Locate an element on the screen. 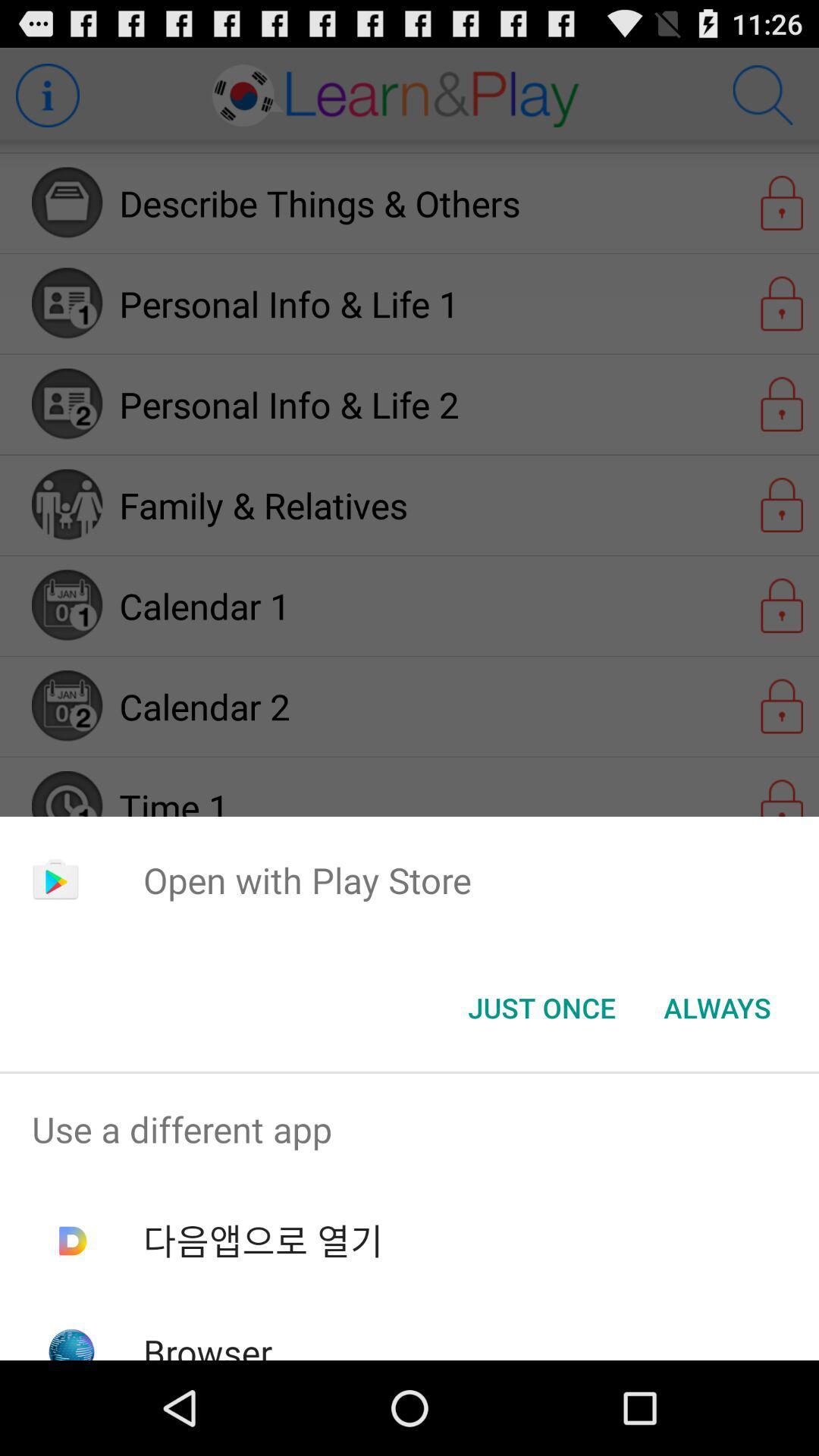 Image resolution: width=819 pixels, height=1456 pixels. the button at the bottom right corner is located at coordinates (717, 1008).